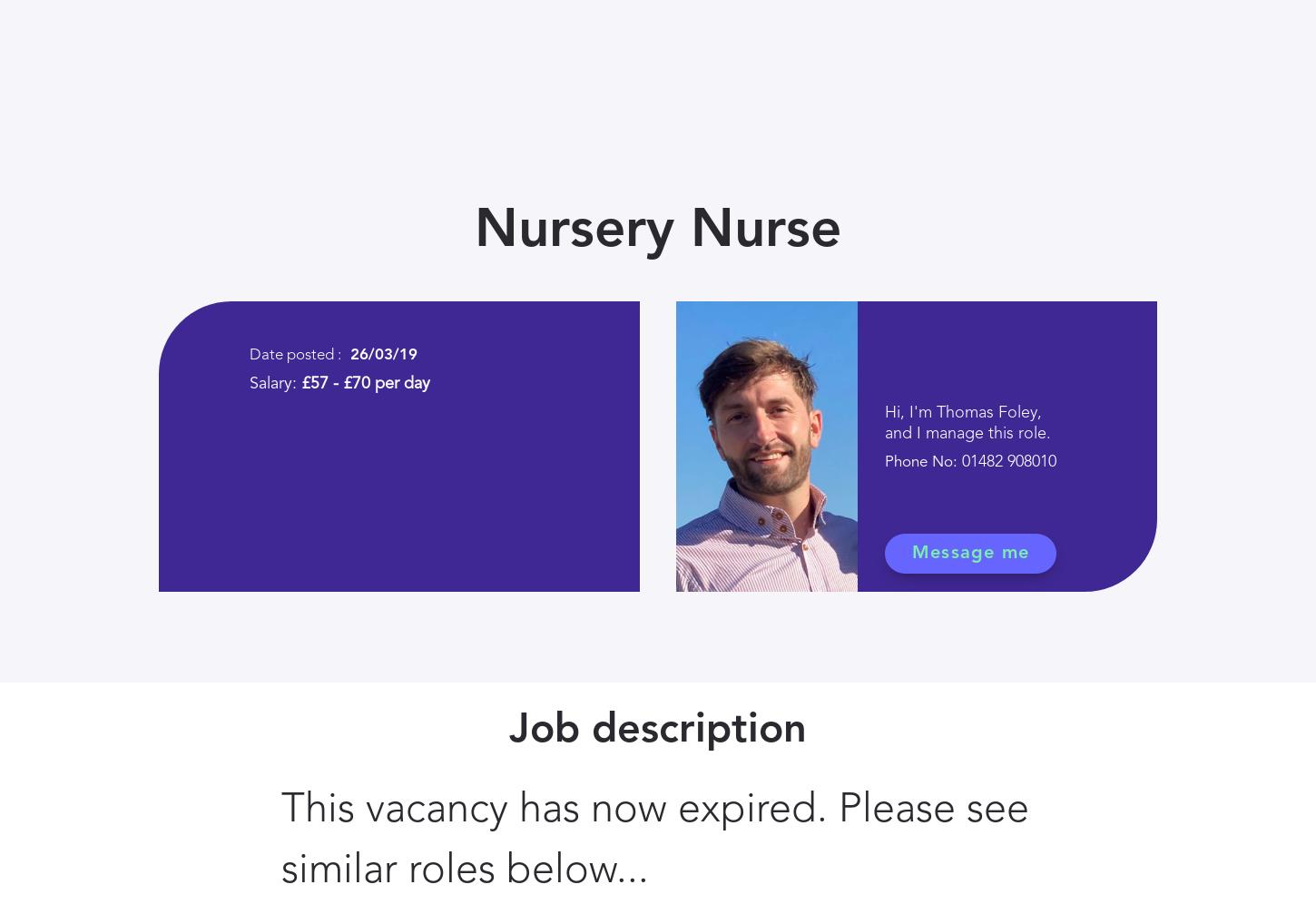 The width and height of the screenshot is (1316, 914). Describe the element at coordinates (436, 51) in the screenshot. I see `'Level 1 SEND Teaching Assistant'` at that location.